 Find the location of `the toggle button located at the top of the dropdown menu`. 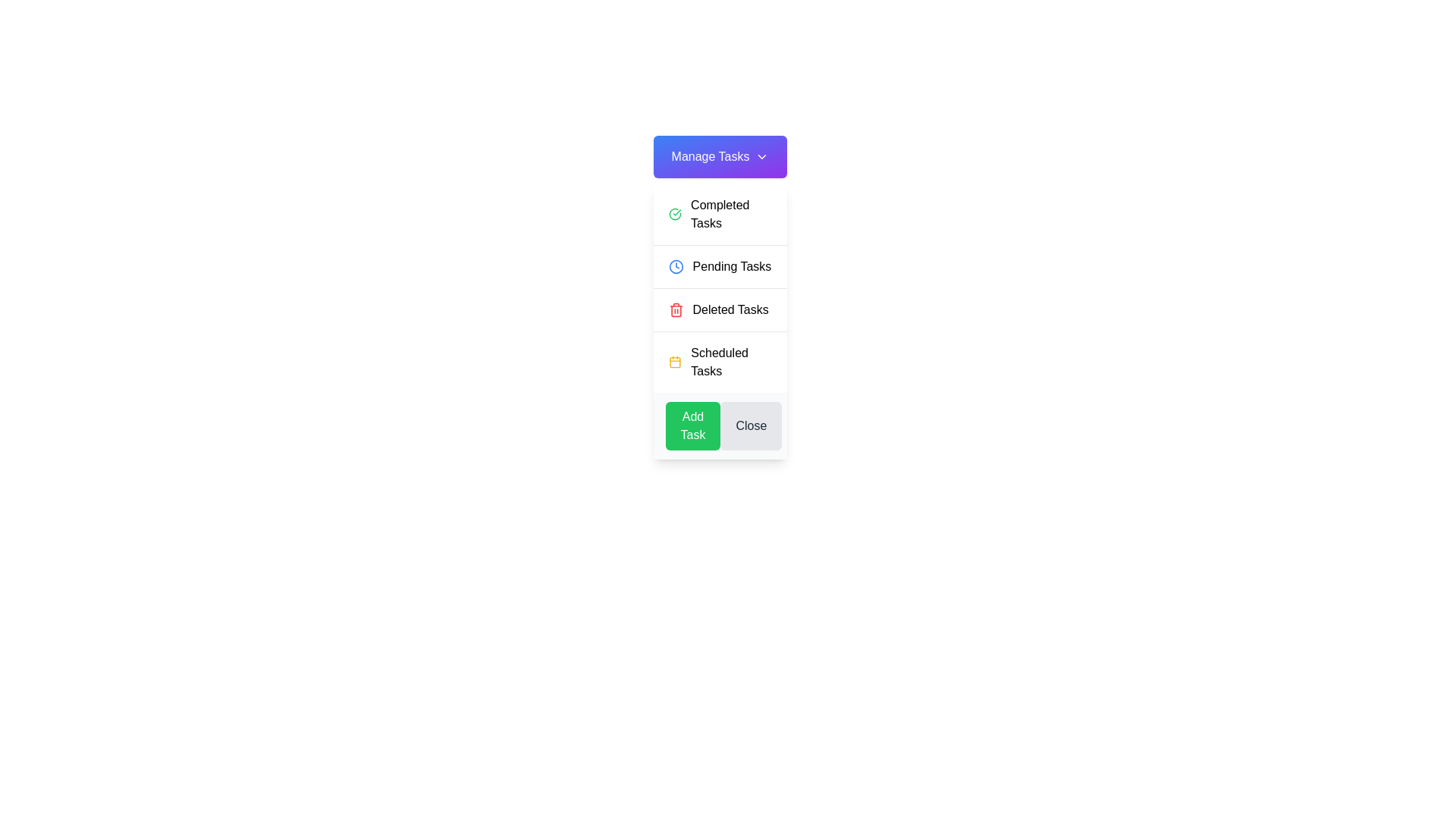

the toggle button located at the top of the dropdown menu is located at coordinates (720, 157).